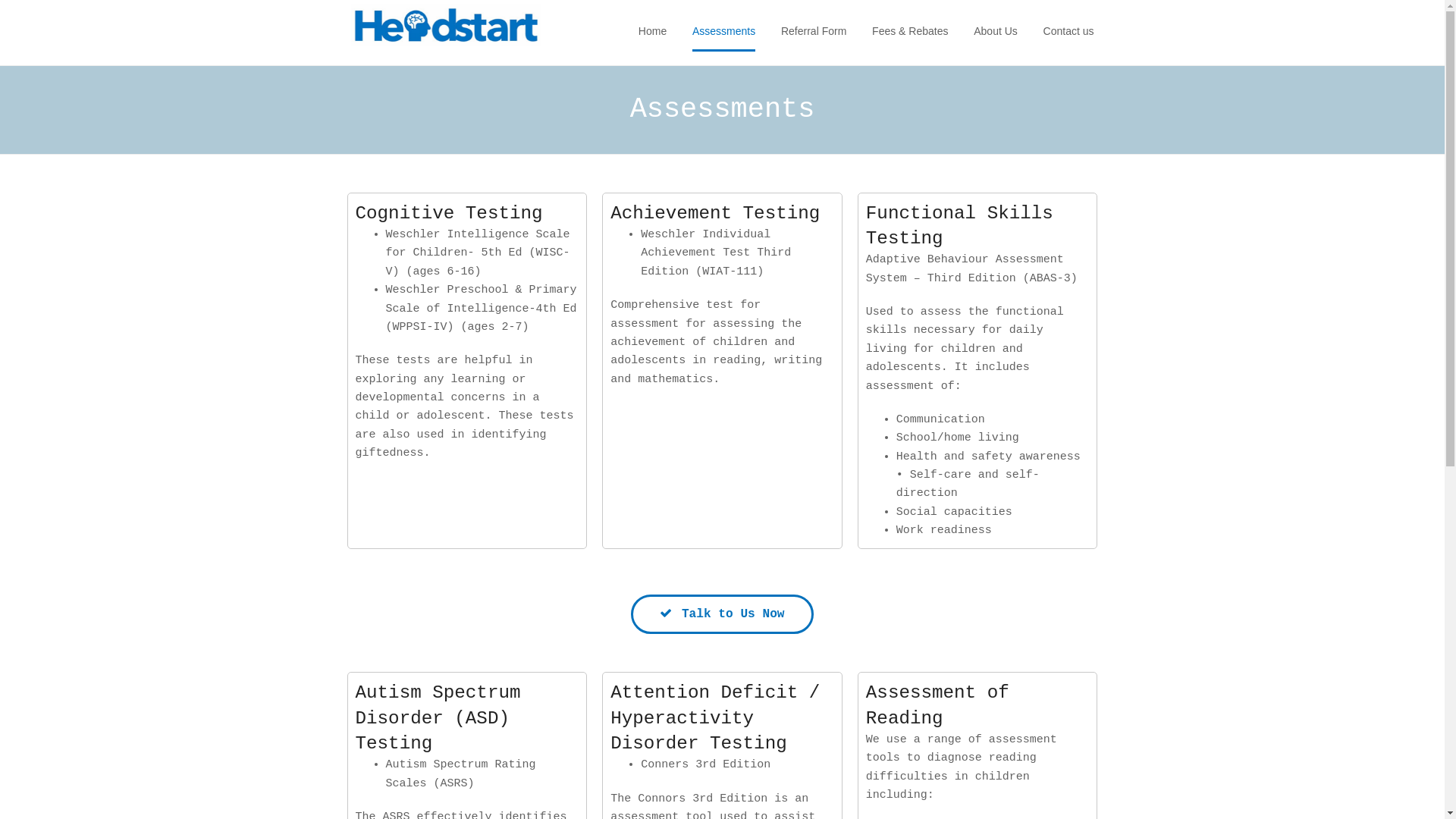 This screenshot has width=1456, height=819. I want to click on 'Home', so click(652, 32).